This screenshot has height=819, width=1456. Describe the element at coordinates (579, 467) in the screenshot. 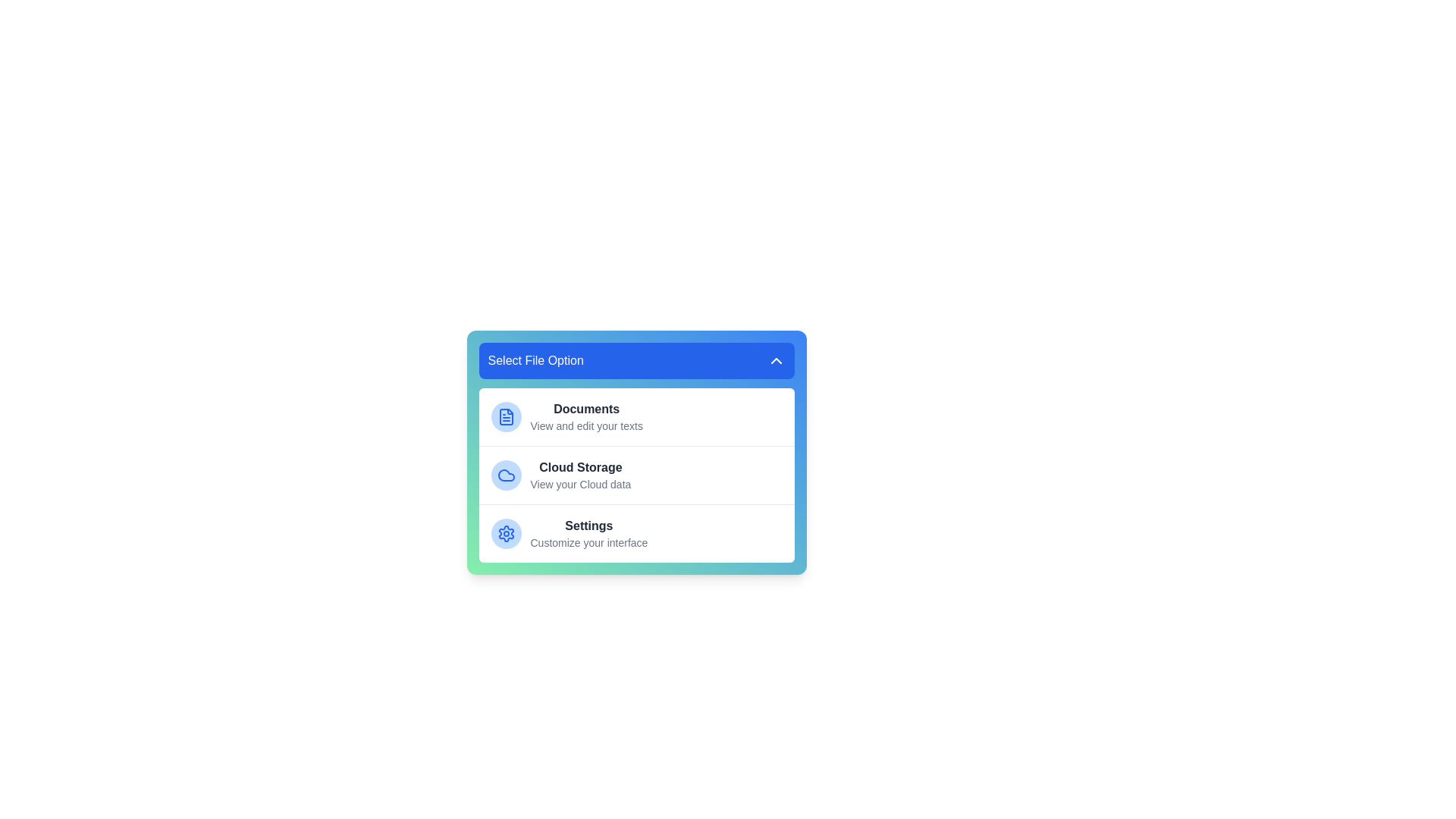

I see `text 'Cloud Storage' from the second option of the 'Select File Option' dropdown menu, which is styled in bold and dark color` at that location.